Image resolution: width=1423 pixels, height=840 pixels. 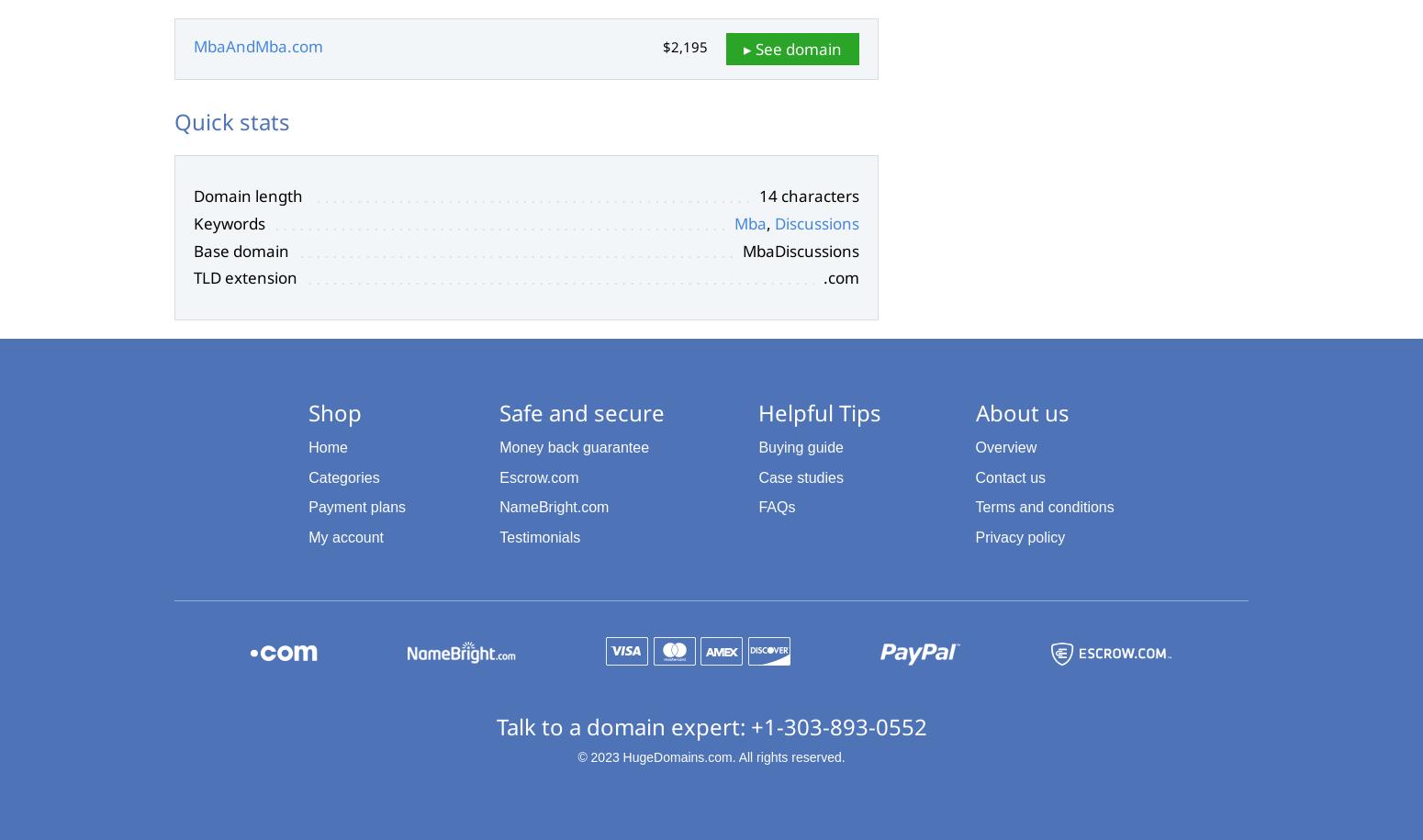 I want to click on 'Shop', so click(x=308, y=411).